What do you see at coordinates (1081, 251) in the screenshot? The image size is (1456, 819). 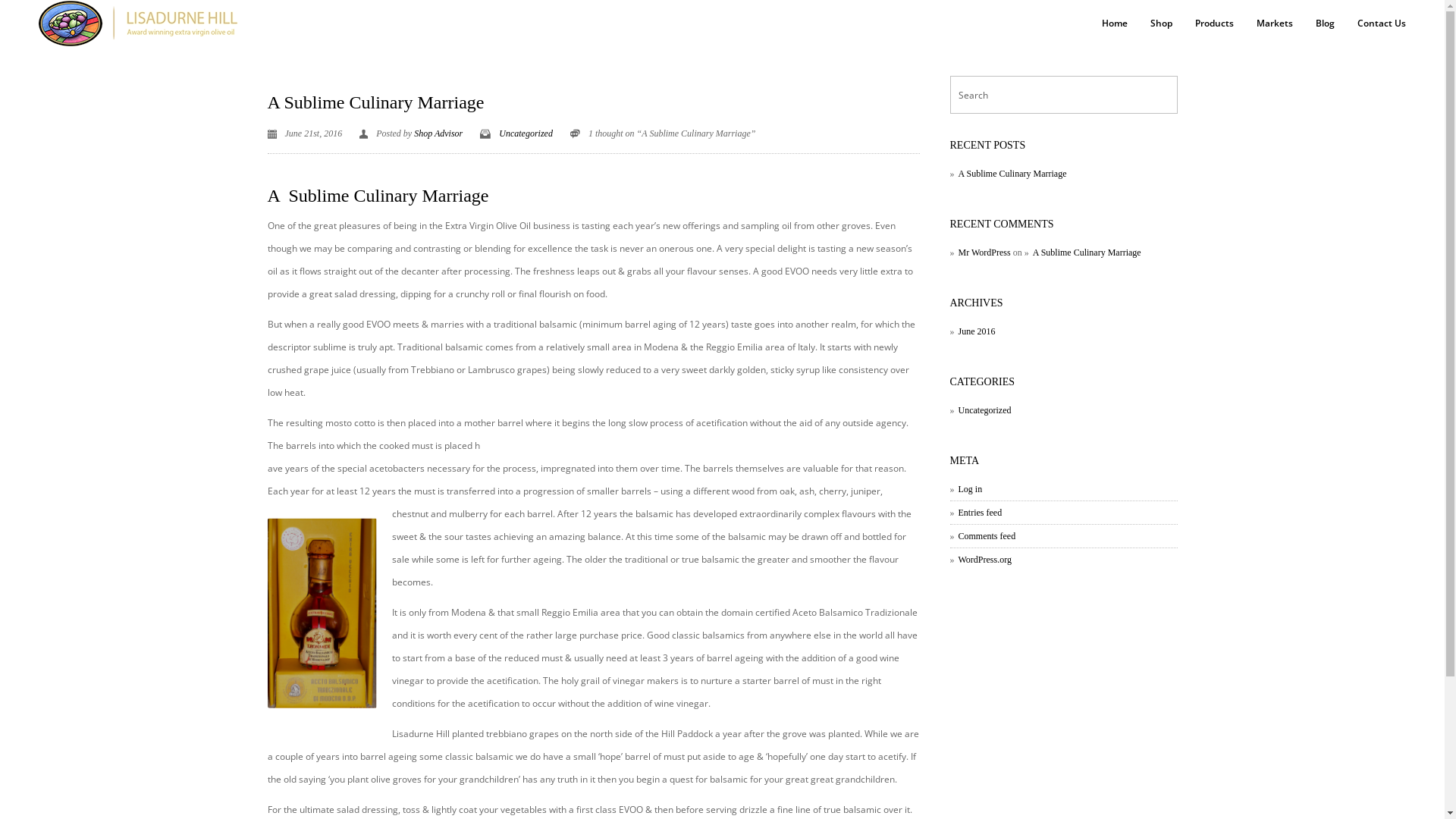 I see `'A Sublime Culinary Marriage'` at bounding box center [1081, 251].